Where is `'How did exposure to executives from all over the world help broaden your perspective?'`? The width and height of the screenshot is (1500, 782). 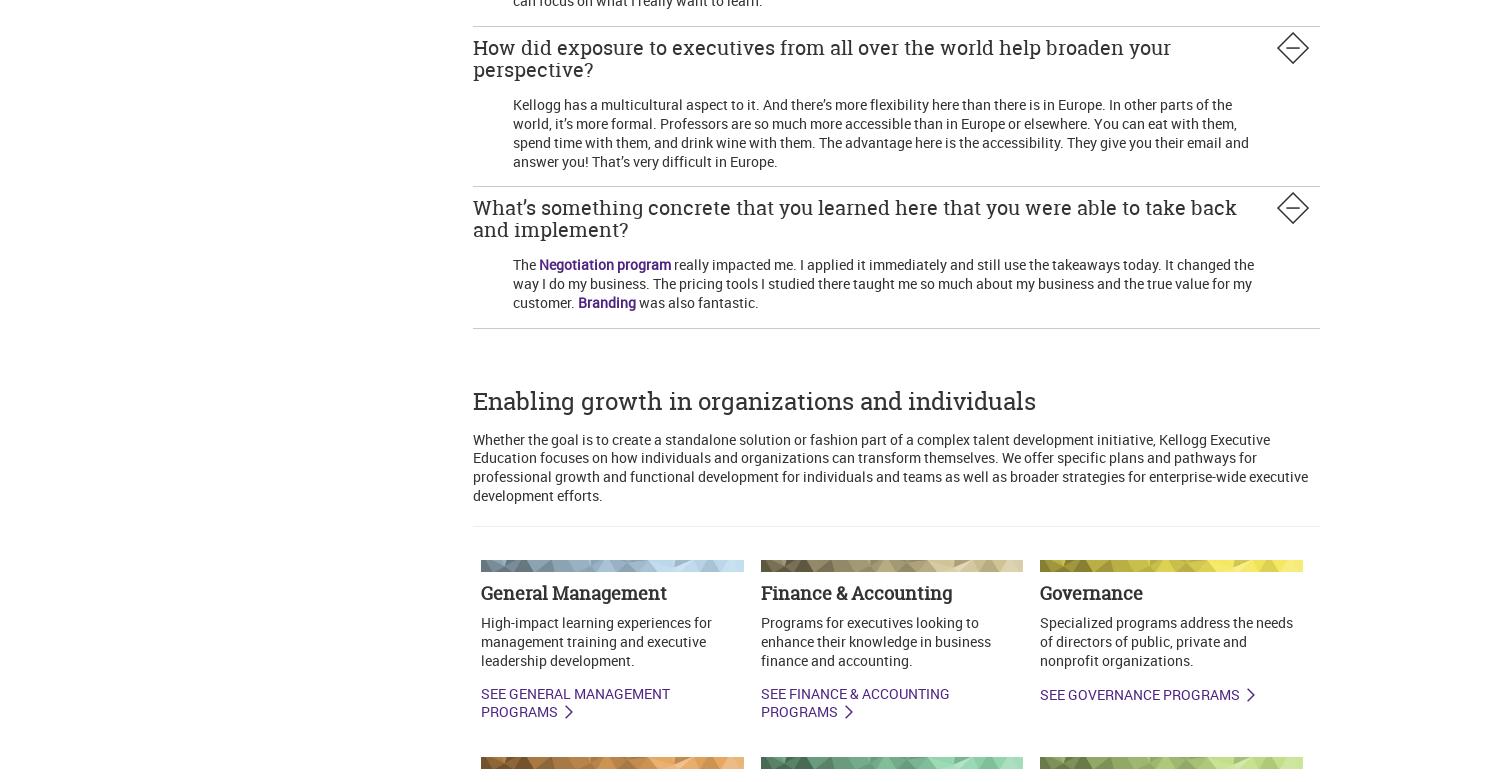
'How did exposure to executives from all over the world help broaden your perspective?' is located at coordinates (819, 57).